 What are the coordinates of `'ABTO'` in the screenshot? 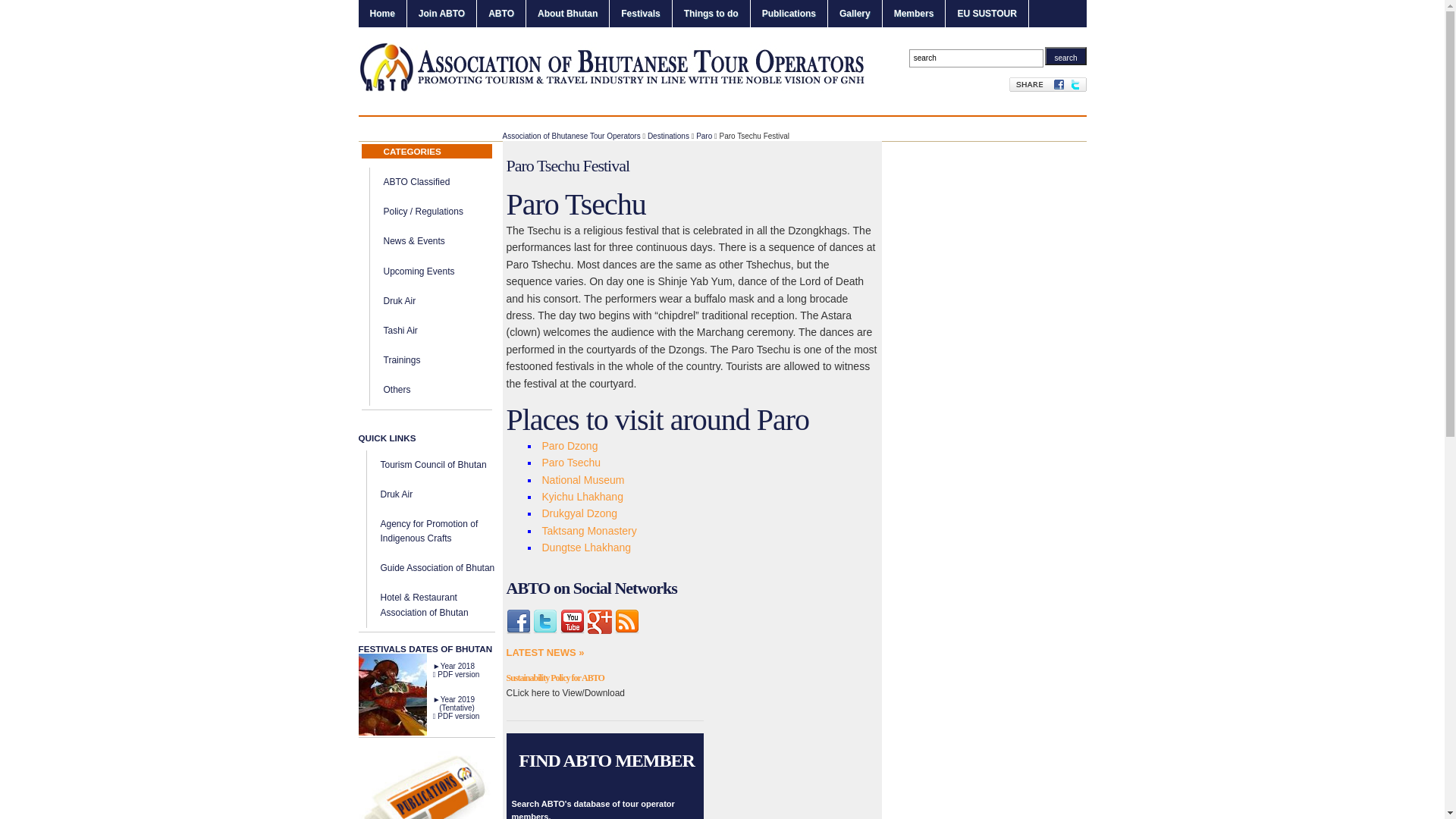 It's located at (501, 14).